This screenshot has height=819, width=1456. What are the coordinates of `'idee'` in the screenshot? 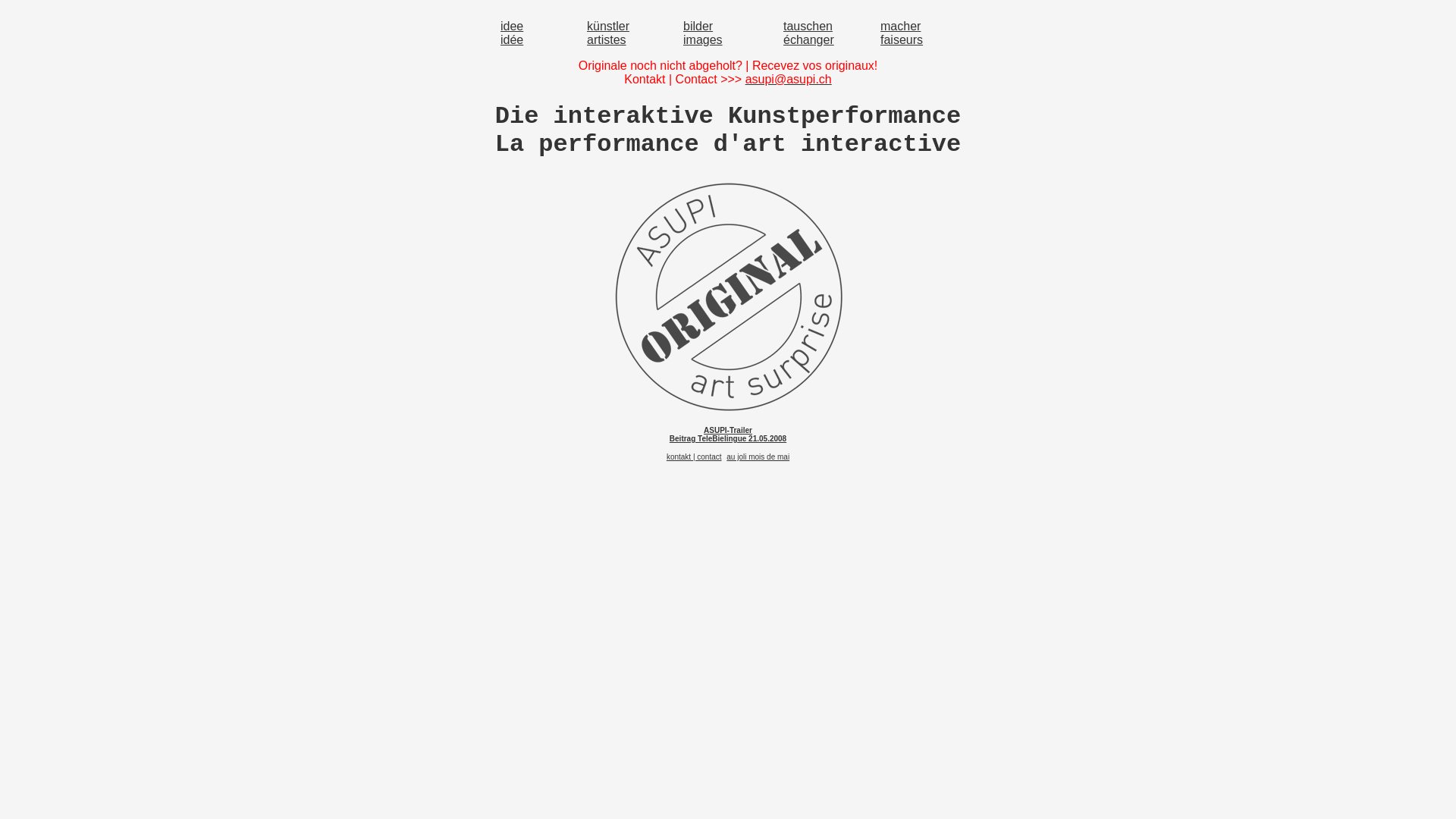 It's located at (512, 26).